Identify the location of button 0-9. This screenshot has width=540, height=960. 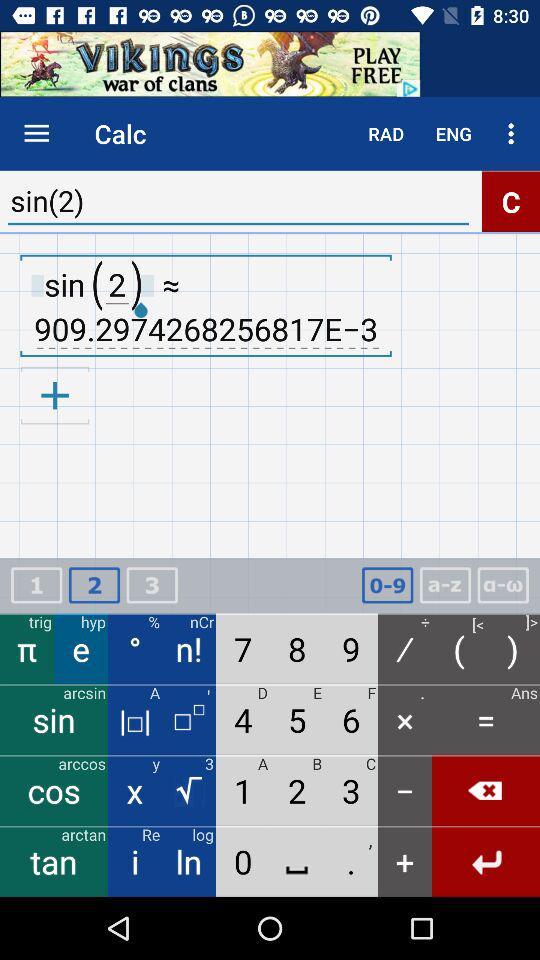
(387, 585).